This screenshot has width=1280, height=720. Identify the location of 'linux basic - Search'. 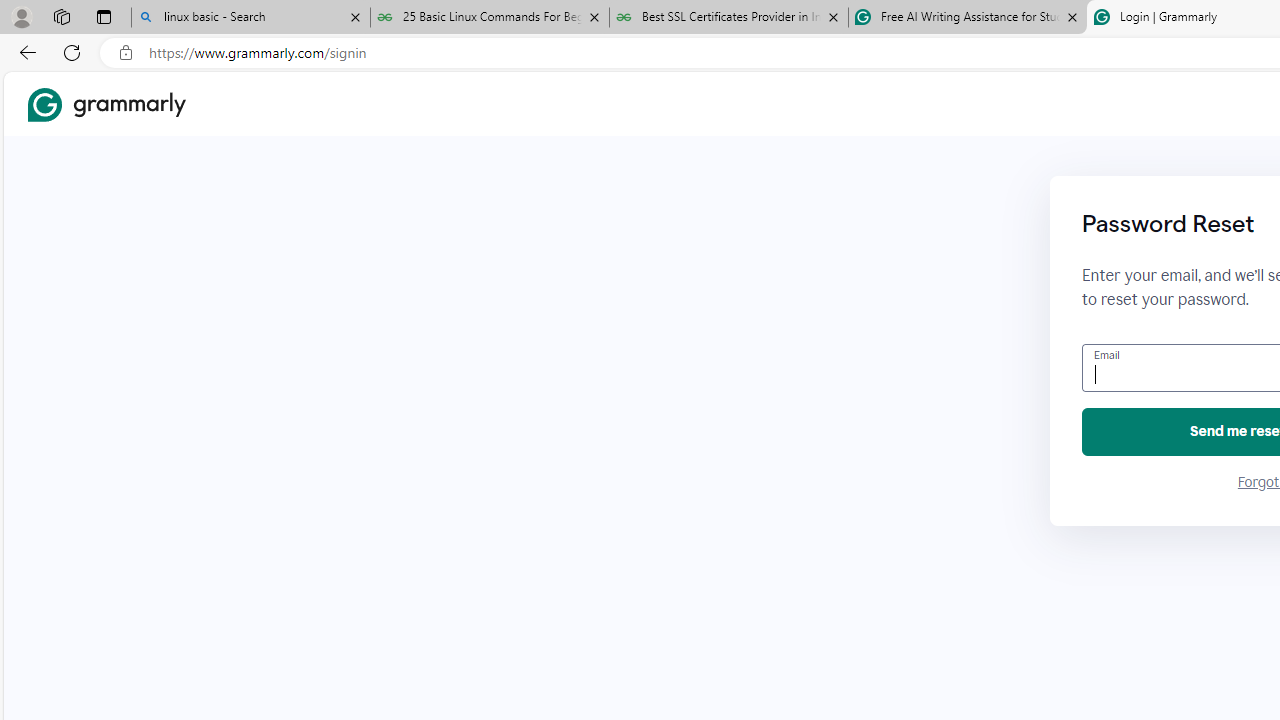
(249, 17).